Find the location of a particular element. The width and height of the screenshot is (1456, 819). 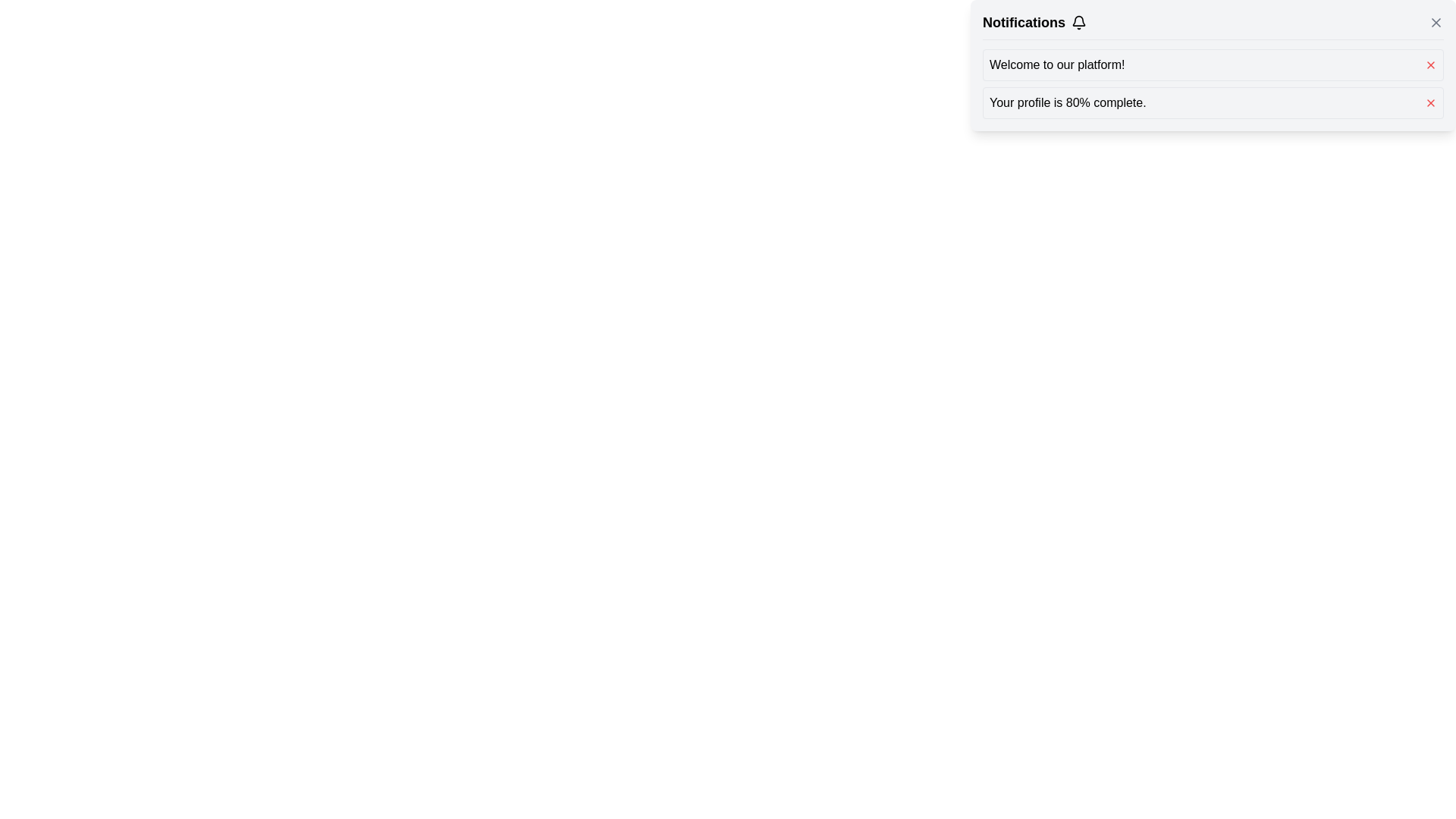

the close icon located at the top-right corner of the notification card is located at coordinates (1436, 23).